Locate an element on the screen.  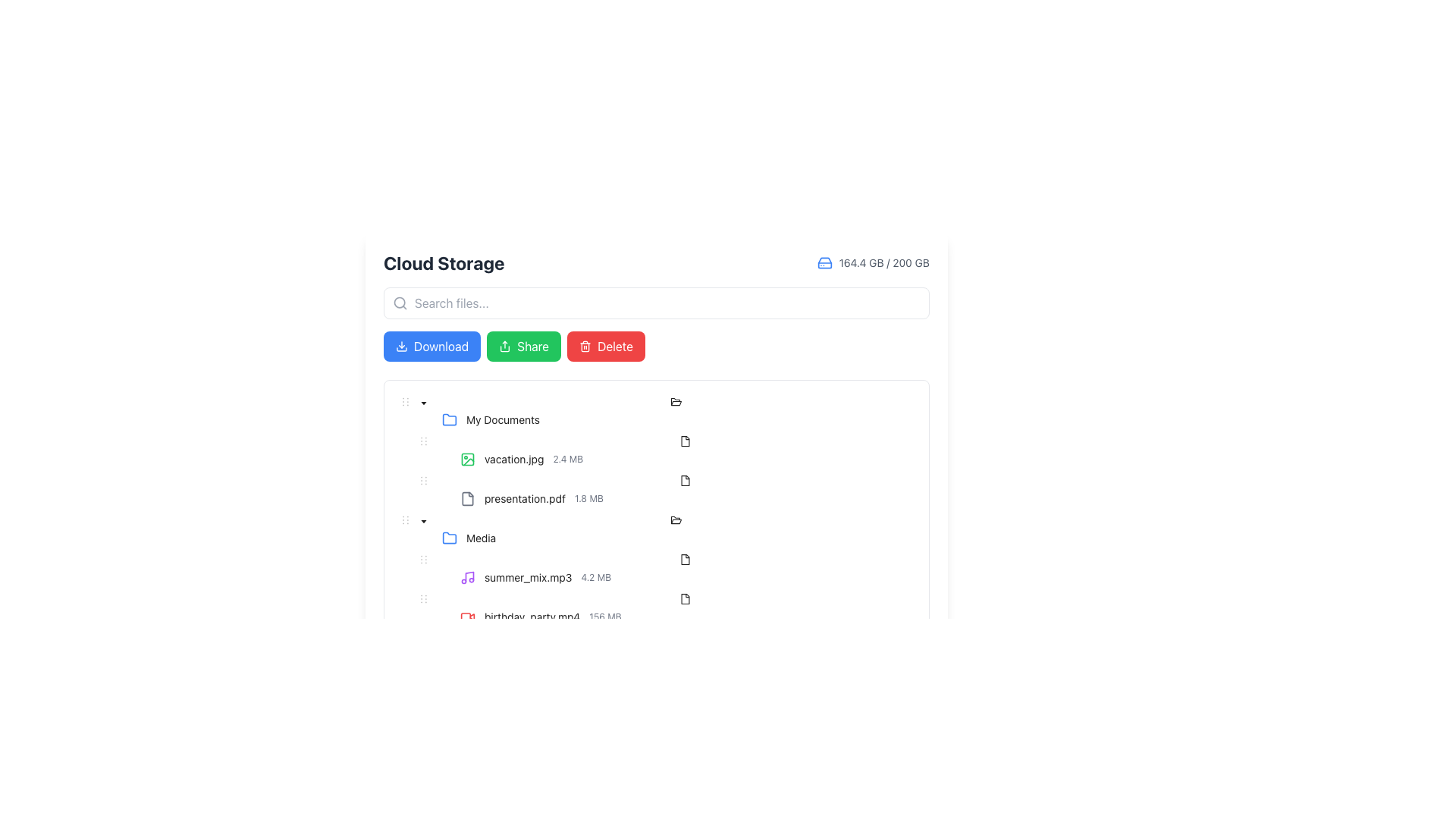
the decorative search icon located at the left end of the search bar, which indicates the search functionality in the interface is located at coordinates (400, 303).